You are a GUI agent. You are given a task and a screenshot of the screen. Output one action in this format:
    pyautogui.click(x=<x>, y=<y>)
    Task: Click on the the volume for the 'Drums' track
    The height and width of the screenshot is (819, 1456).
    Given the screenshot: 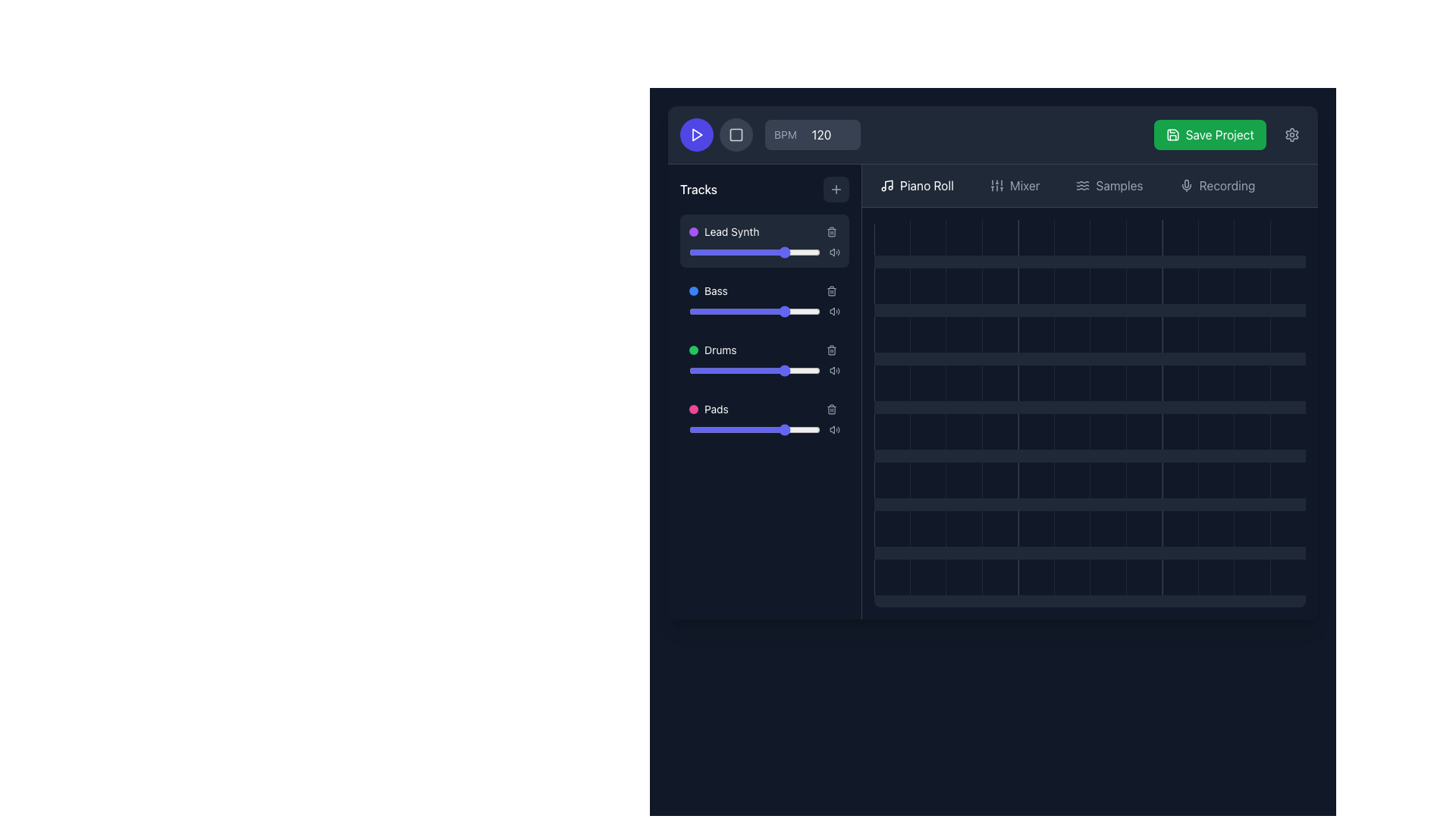 What is the action you would take?
    pyautogui.click(x=778, y=350)
    